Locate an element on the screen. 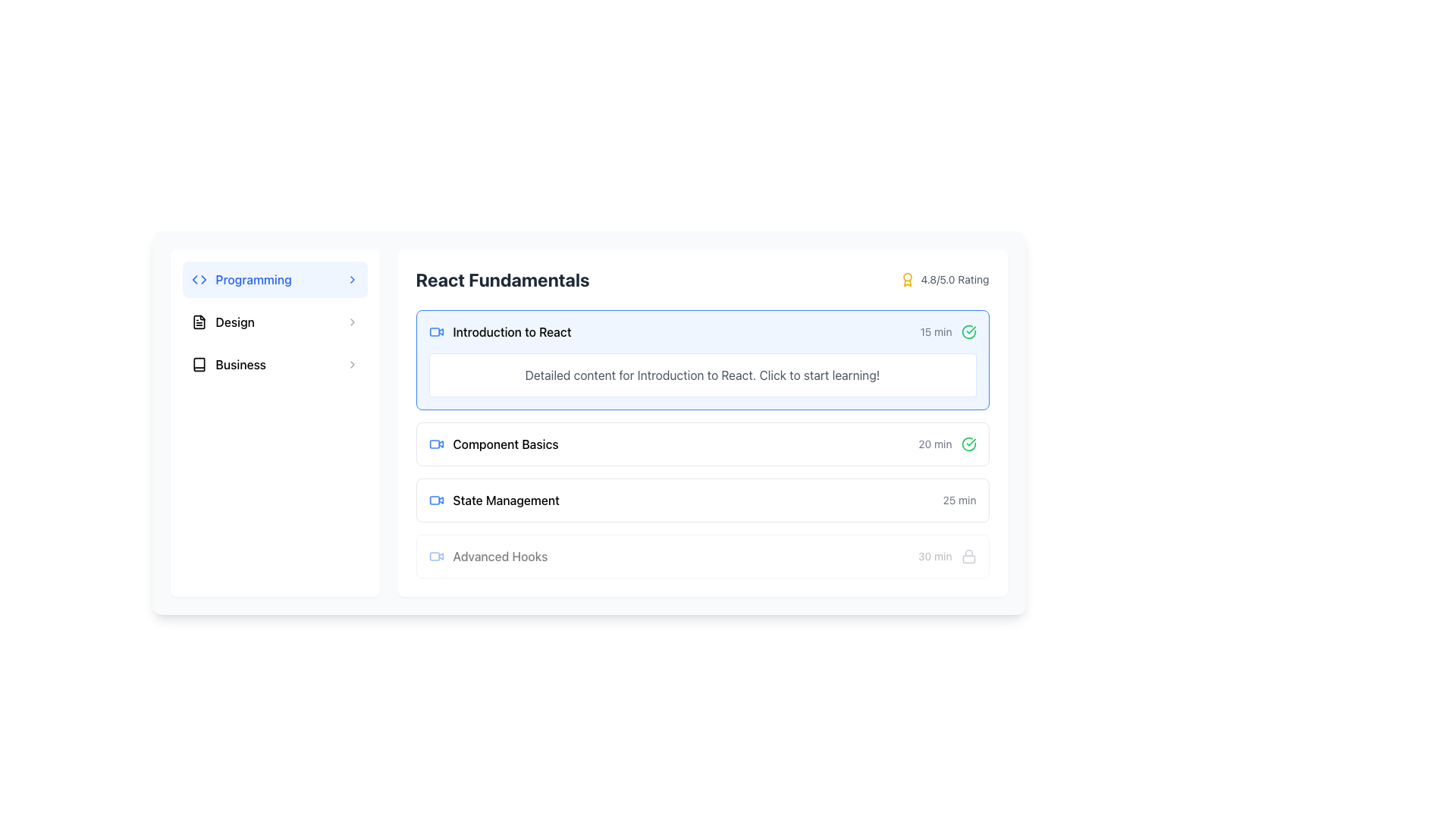 The width and height of the screenshot is (1456, 819). the circular green outlined icon with a checkmark inside, indicating a completed status, which is located adjacent to the text '20 min' is located at coordinates (968, 444).